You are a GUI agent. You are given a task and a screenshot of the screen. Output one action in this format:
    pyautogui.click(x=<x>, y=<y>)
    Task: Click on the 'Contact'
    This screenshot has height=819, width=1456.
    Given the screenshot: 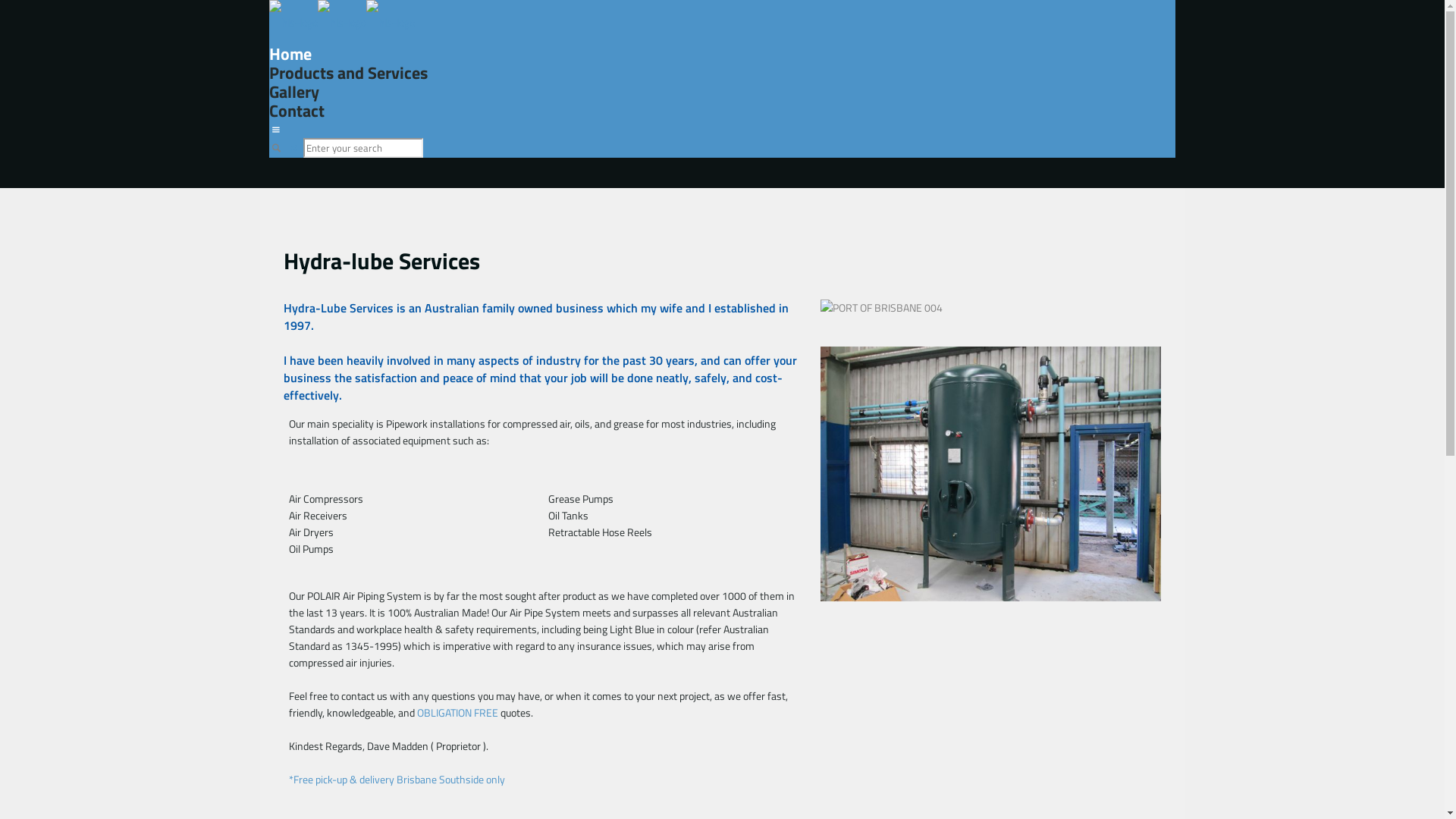 What is the action you would take?
    pyautogui.click(x=297, y=110)
    